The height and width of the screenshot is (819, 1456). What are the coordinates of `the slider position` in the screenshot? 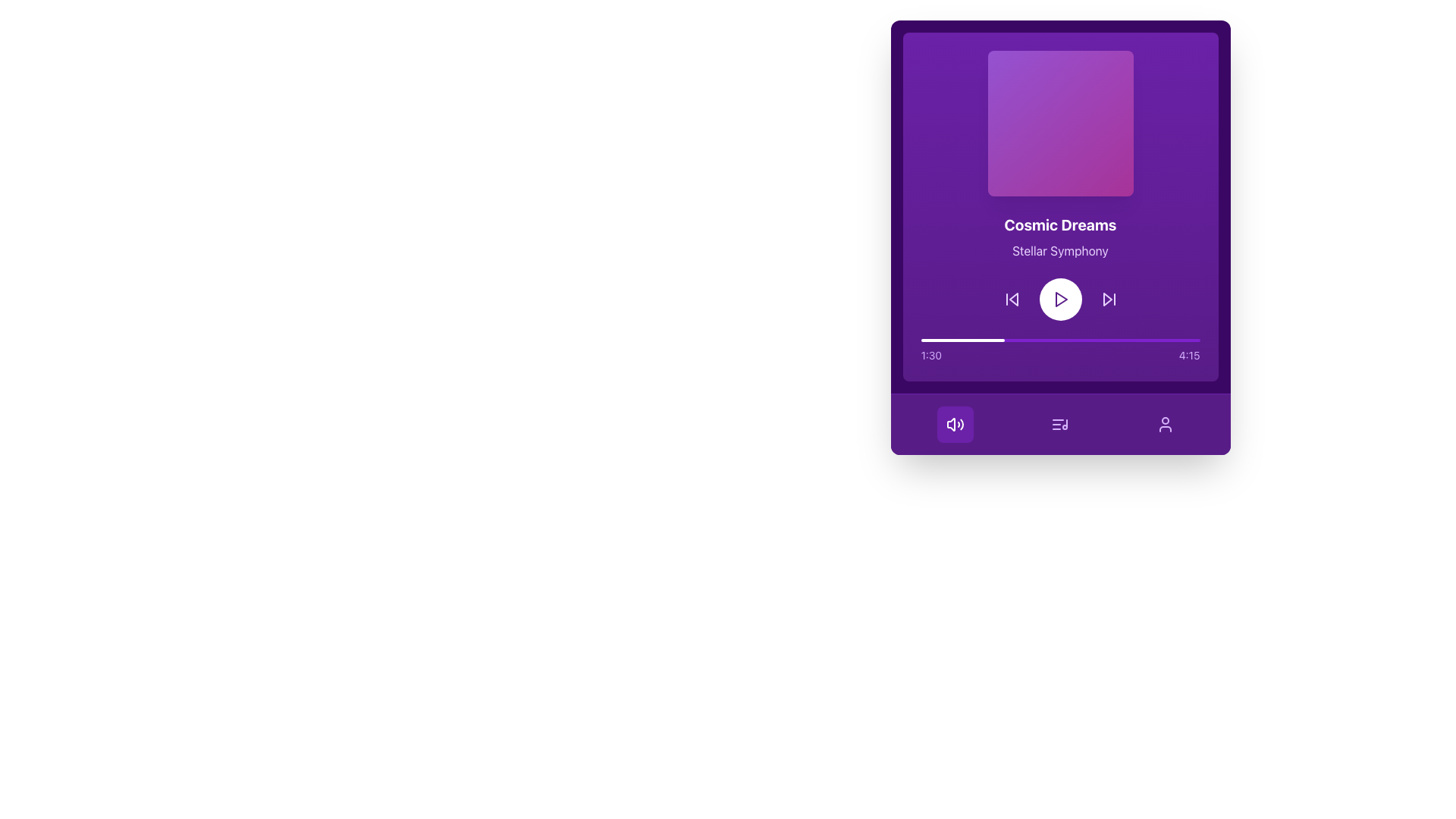 It's located at (1000, 339).